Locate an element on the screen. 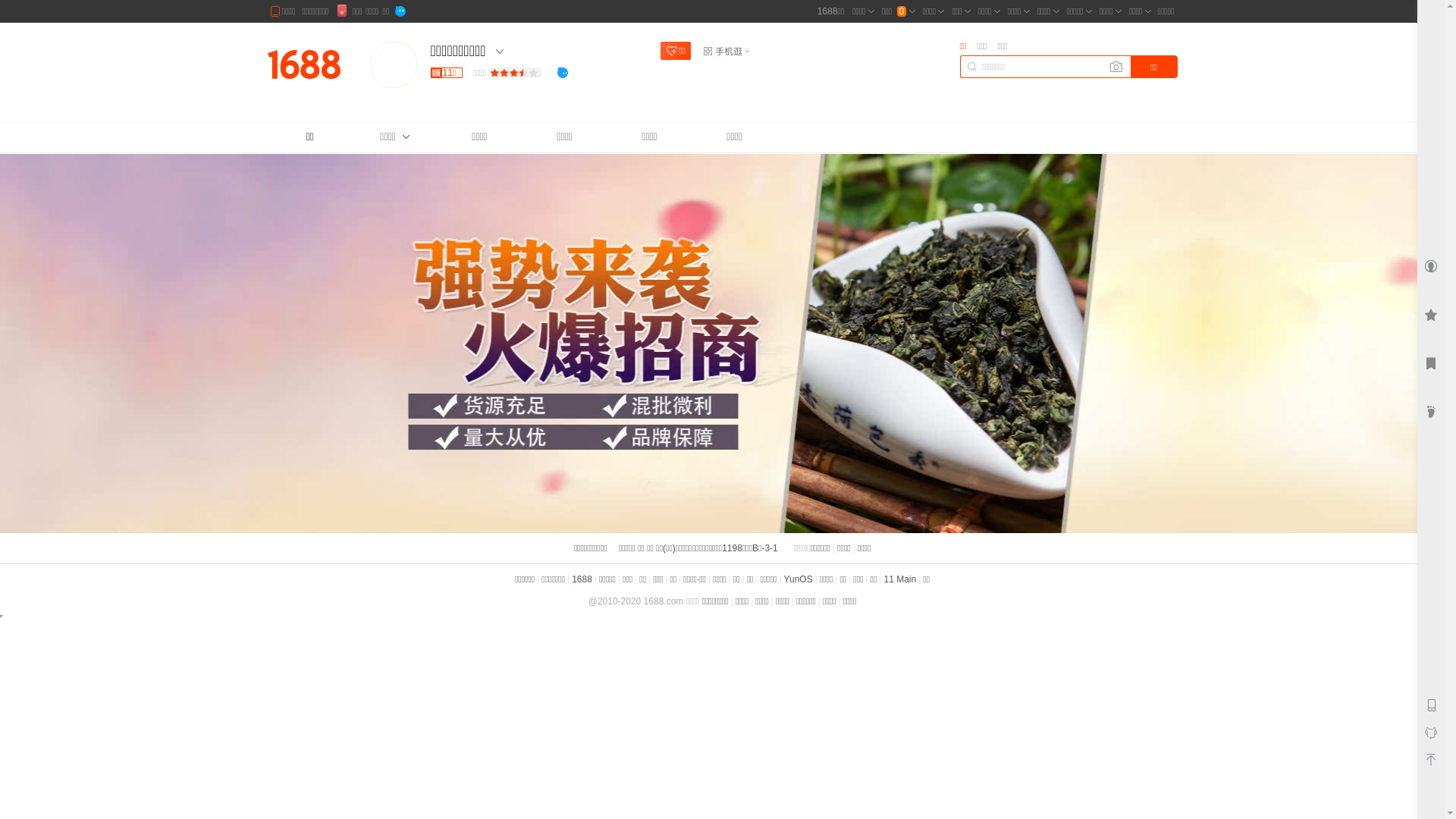  'YunOS' is located at coordinates (797, 579).